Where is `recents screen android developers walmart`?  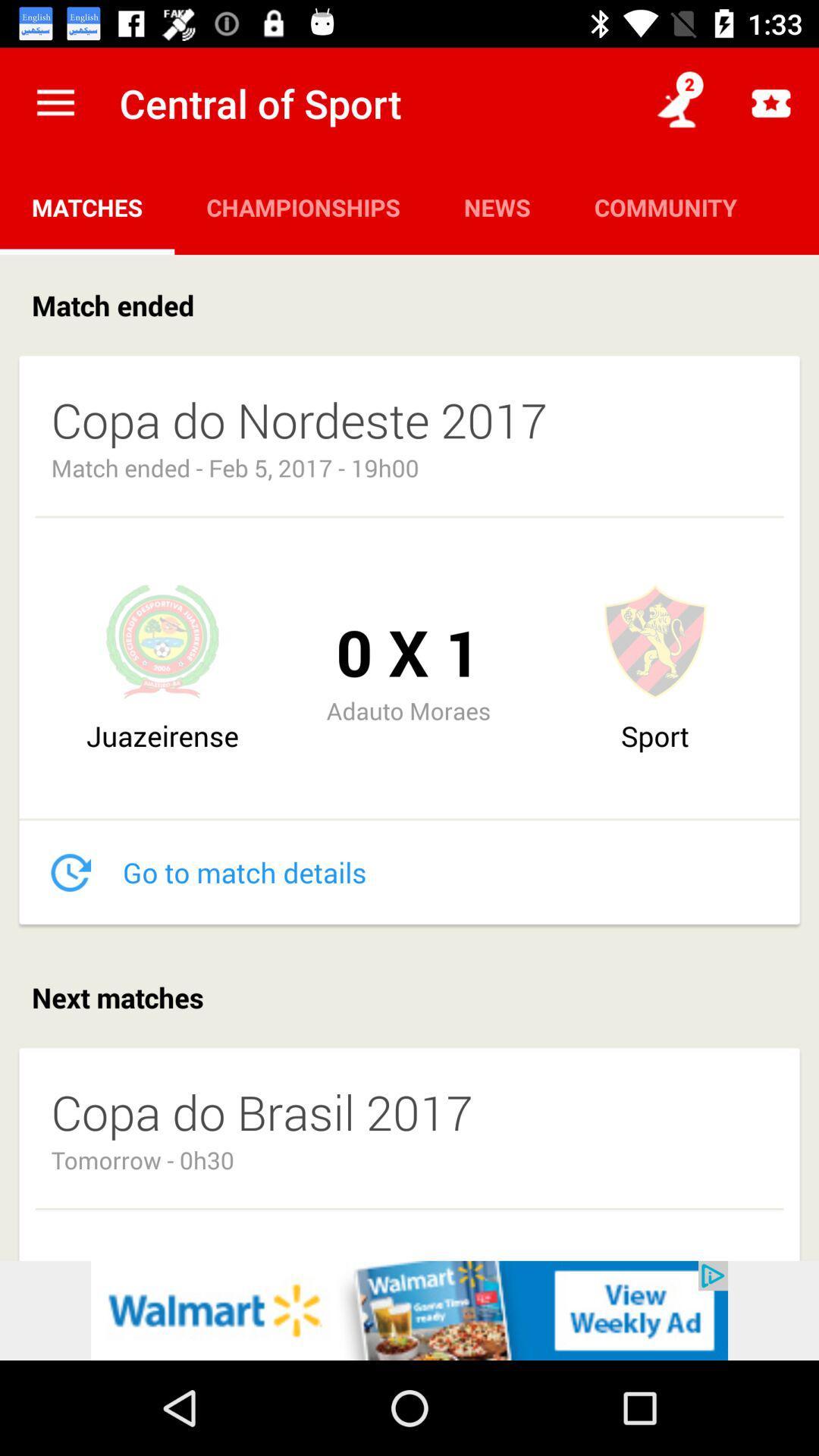 recents screen android developers walmart is located at coordinates (409, 1310).